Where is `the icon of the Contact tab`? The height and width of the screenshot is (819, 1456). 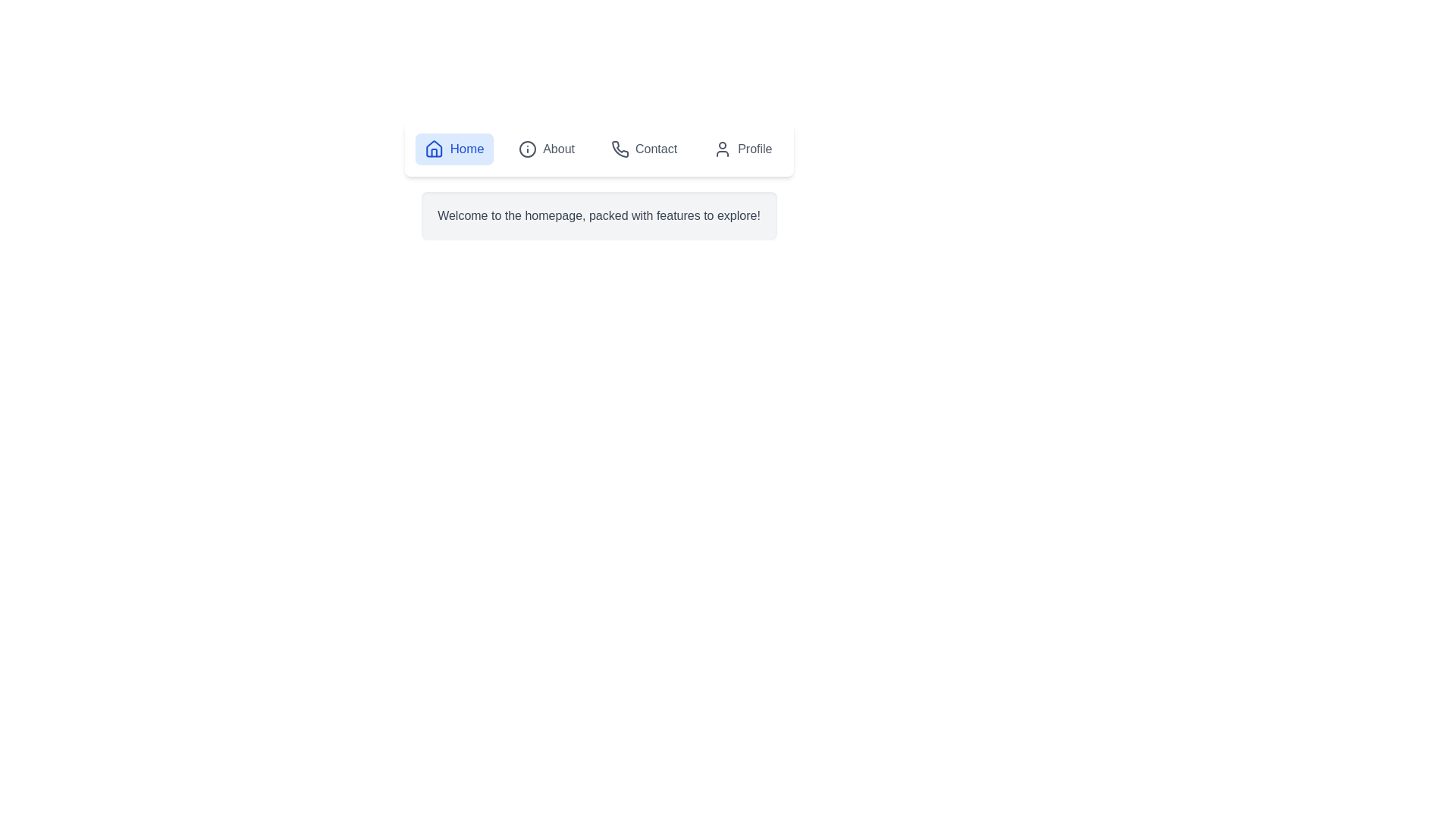 the icon of the Contact tab is located at coordinates (620, 149).